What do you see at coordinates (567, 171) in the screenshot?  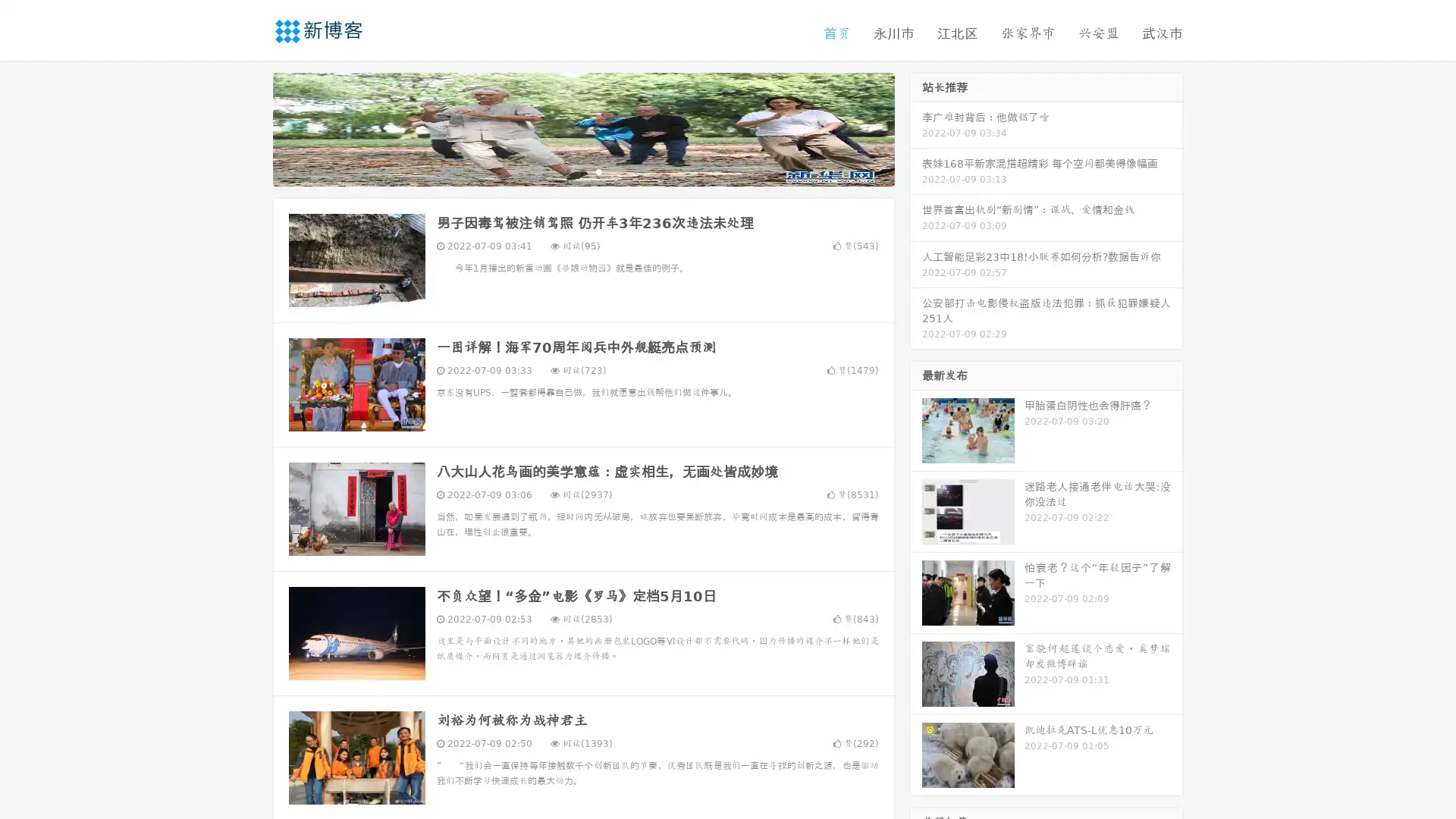 I see `Go to slide 1` at bounding box center [567, 171].